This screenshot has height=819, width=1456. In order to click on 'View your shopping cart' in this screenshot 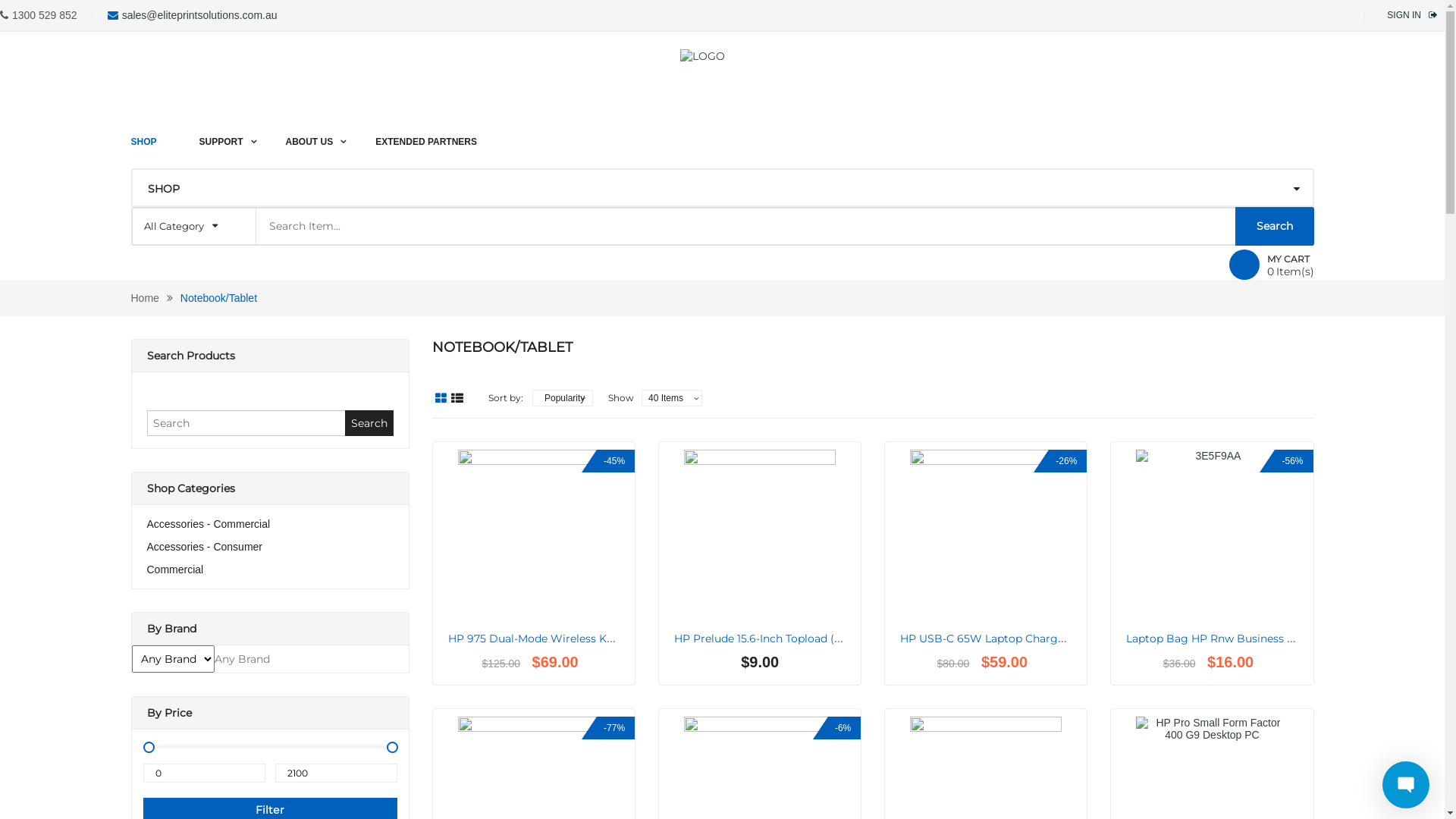, I will do `click(1244, 263)`.